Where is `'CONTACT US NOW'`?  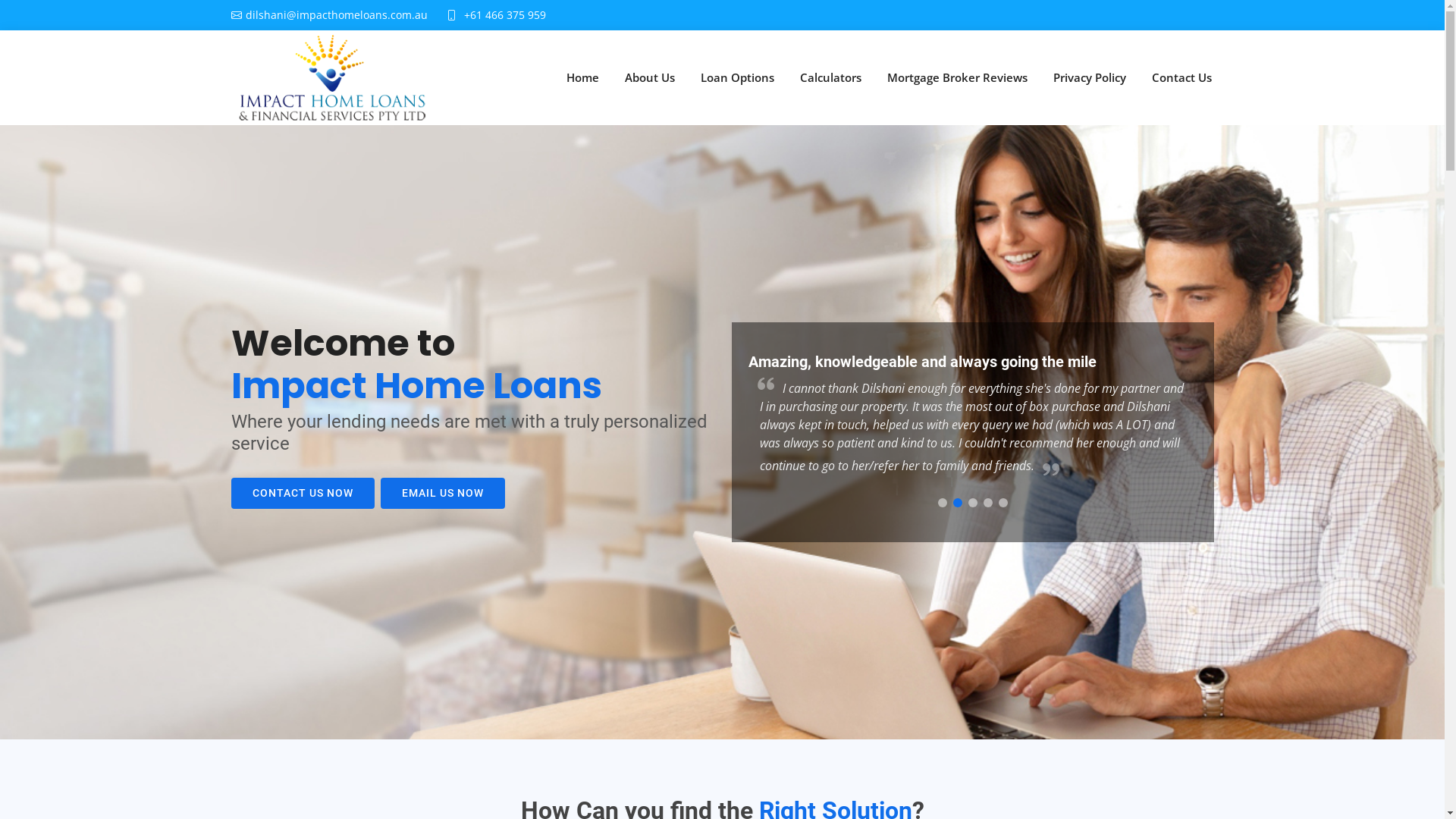
'CONTACT US NOW' is located at coordinates (229, 493).